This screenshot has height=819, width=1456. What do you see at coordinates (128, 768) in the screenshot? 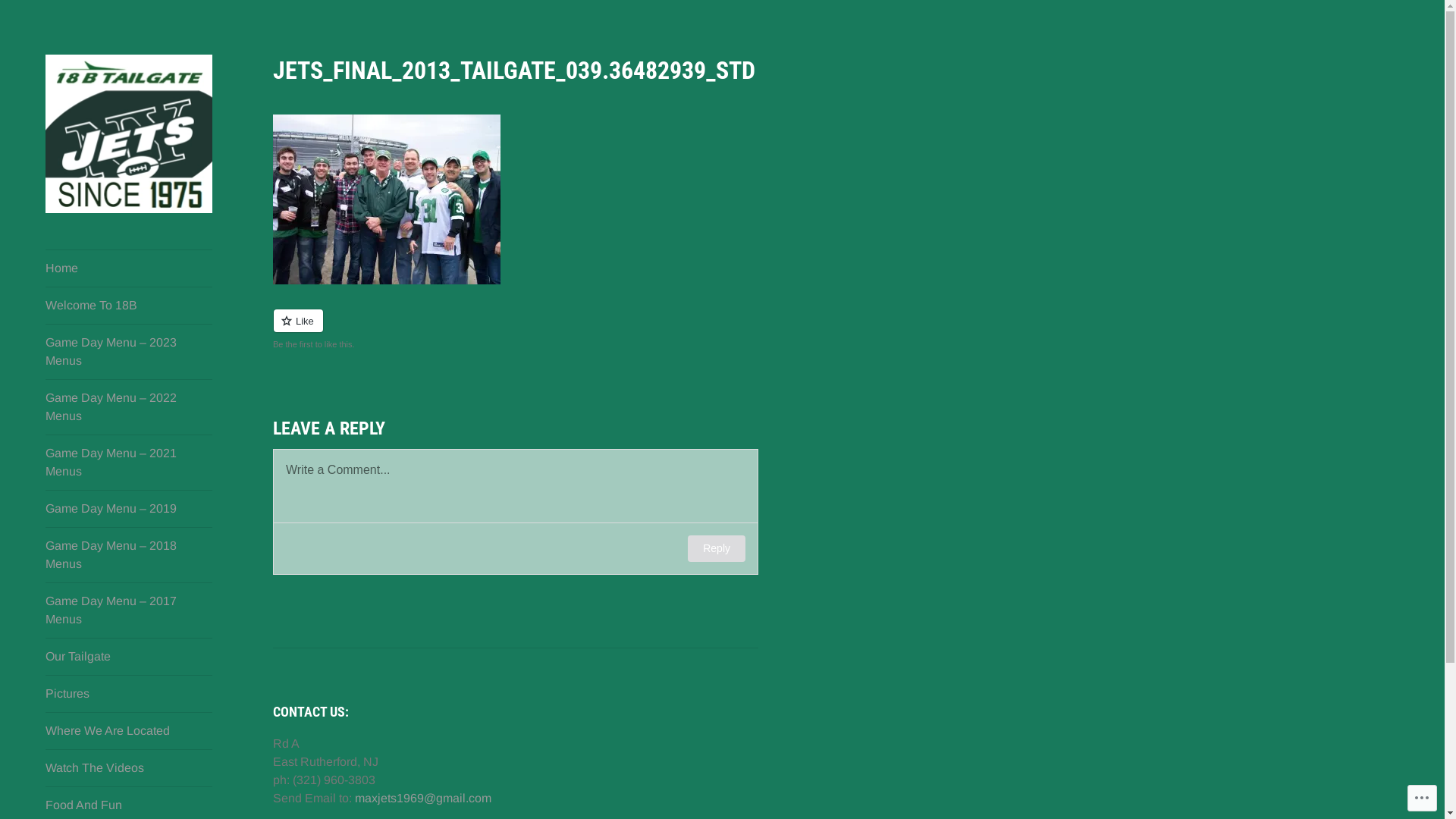
I see `'Watch The Videos'` at bounding box center [128, 768].